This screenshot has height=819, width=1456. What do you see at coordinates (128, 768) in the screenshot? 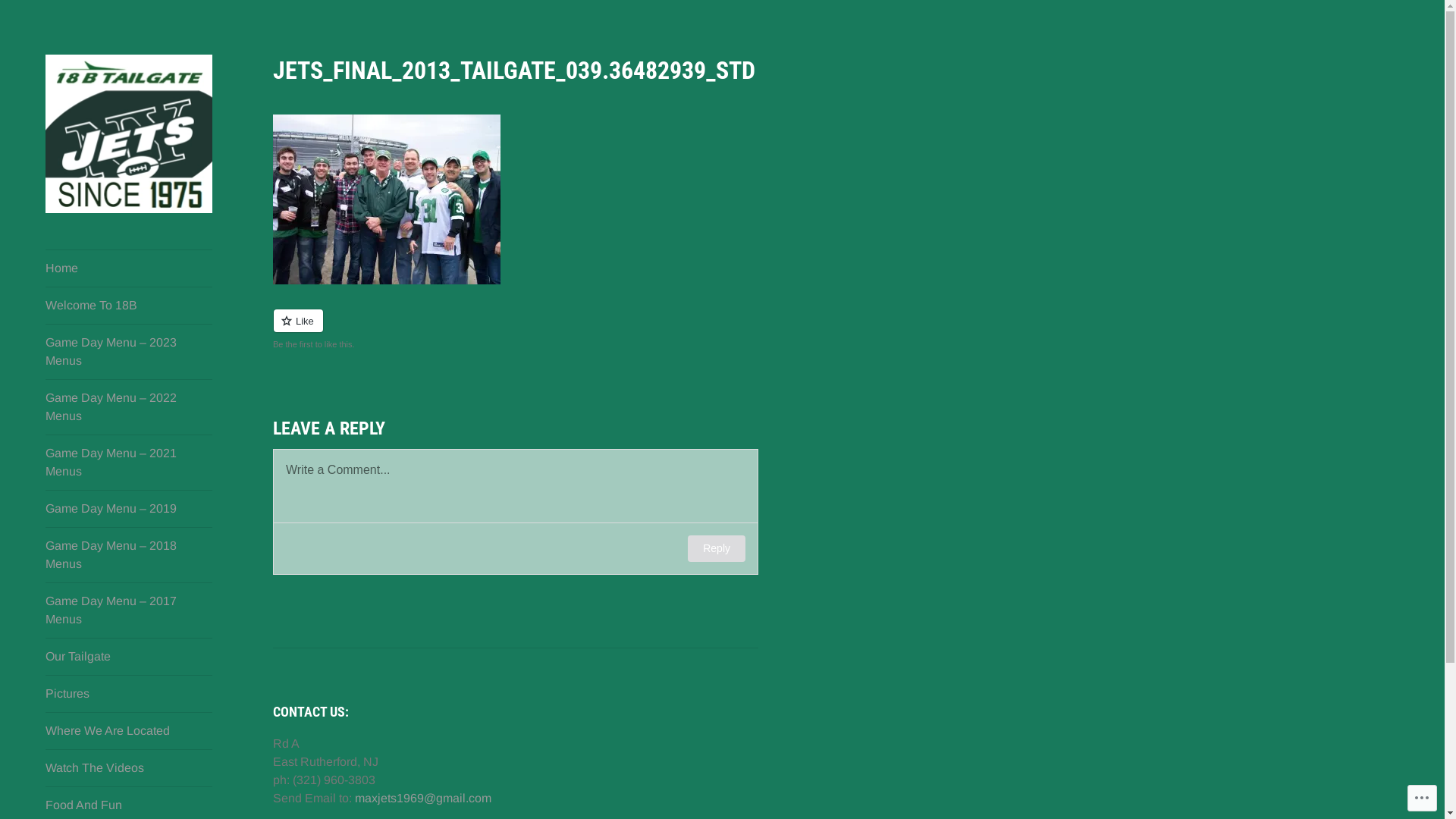
I see `'Watch The Videos'` at bounding box center [128, 768].